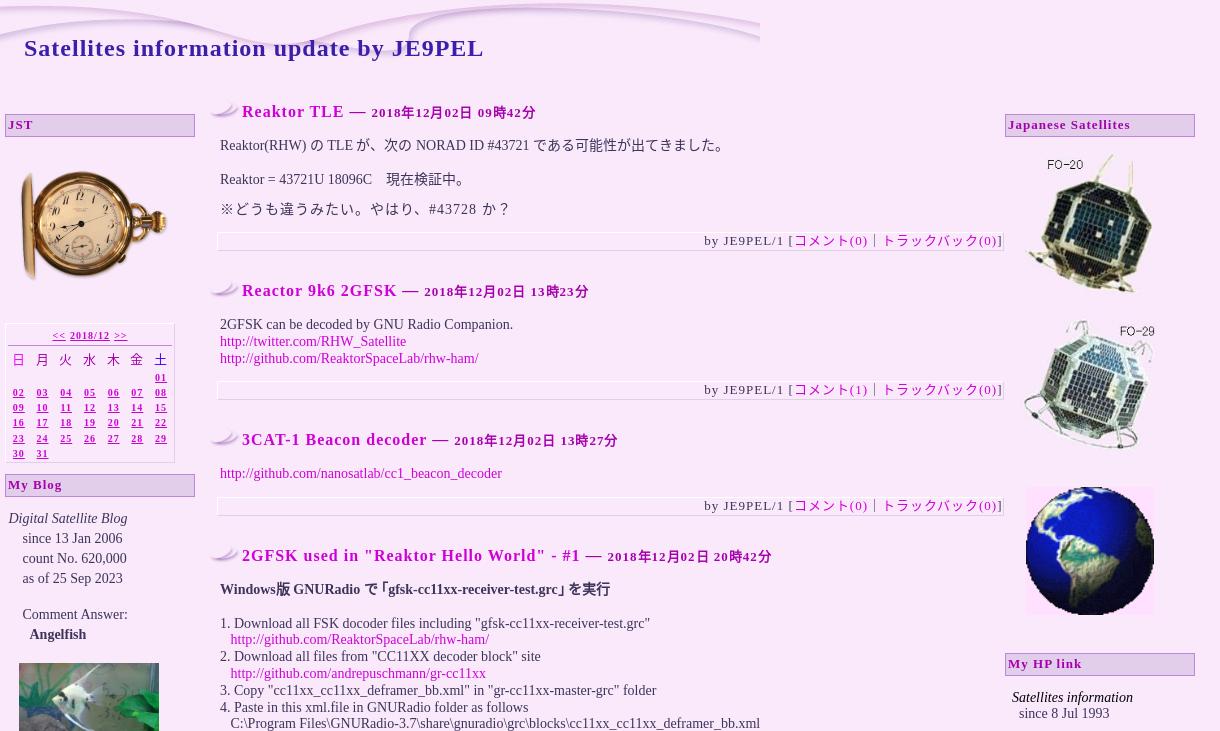 This screenshot has width=1220, height=731. What do you see at coordinates (505, 290) in the screenshot?
I see `'2018年12月02日 13時23分'` at bounding box center [505, 290].